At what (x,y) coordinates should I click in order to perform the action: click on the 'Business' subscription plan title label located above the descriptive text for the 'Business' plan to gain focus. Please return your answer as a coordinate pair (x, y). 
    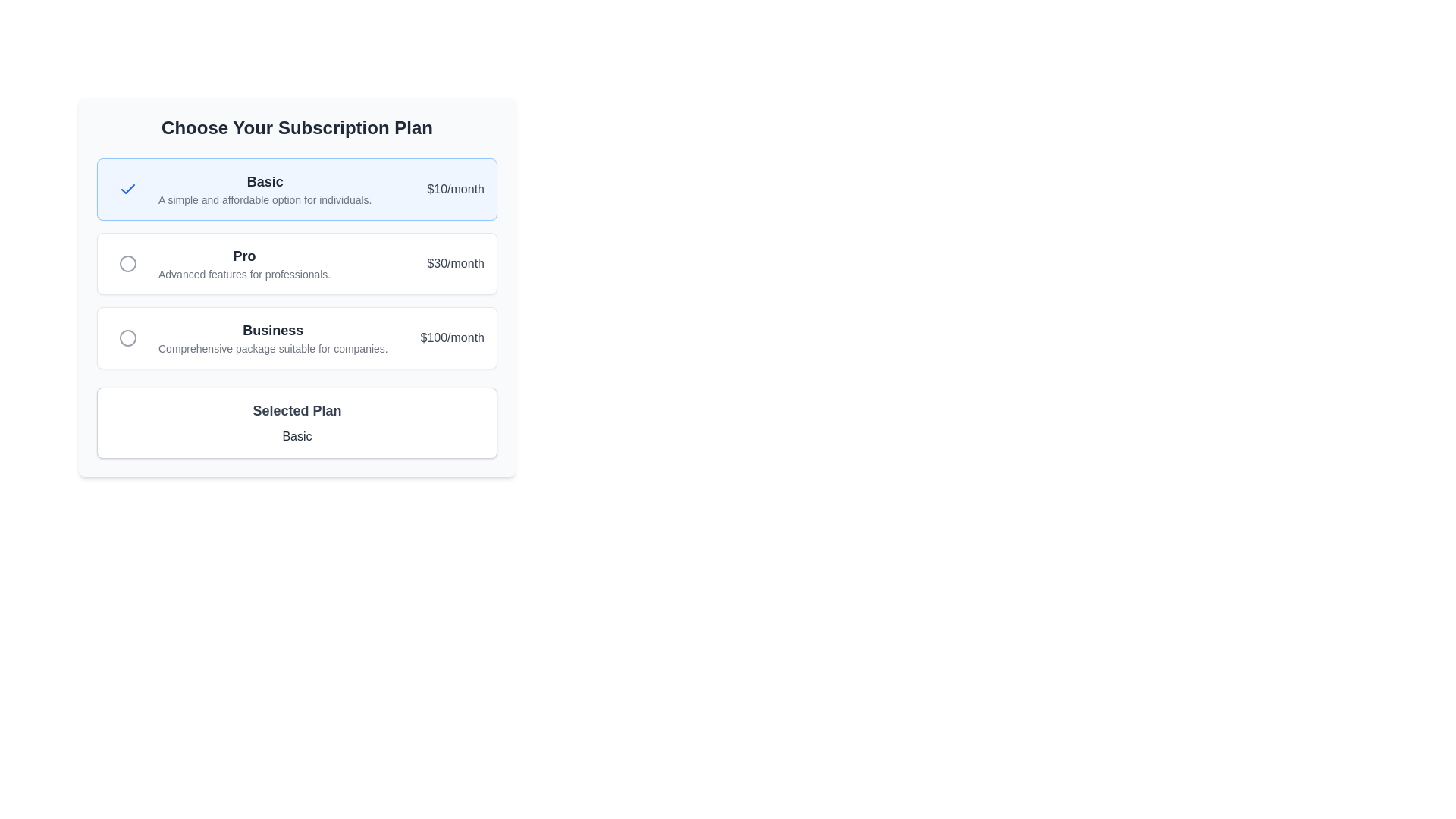
    Looking at the image, I should click on (273, 329).